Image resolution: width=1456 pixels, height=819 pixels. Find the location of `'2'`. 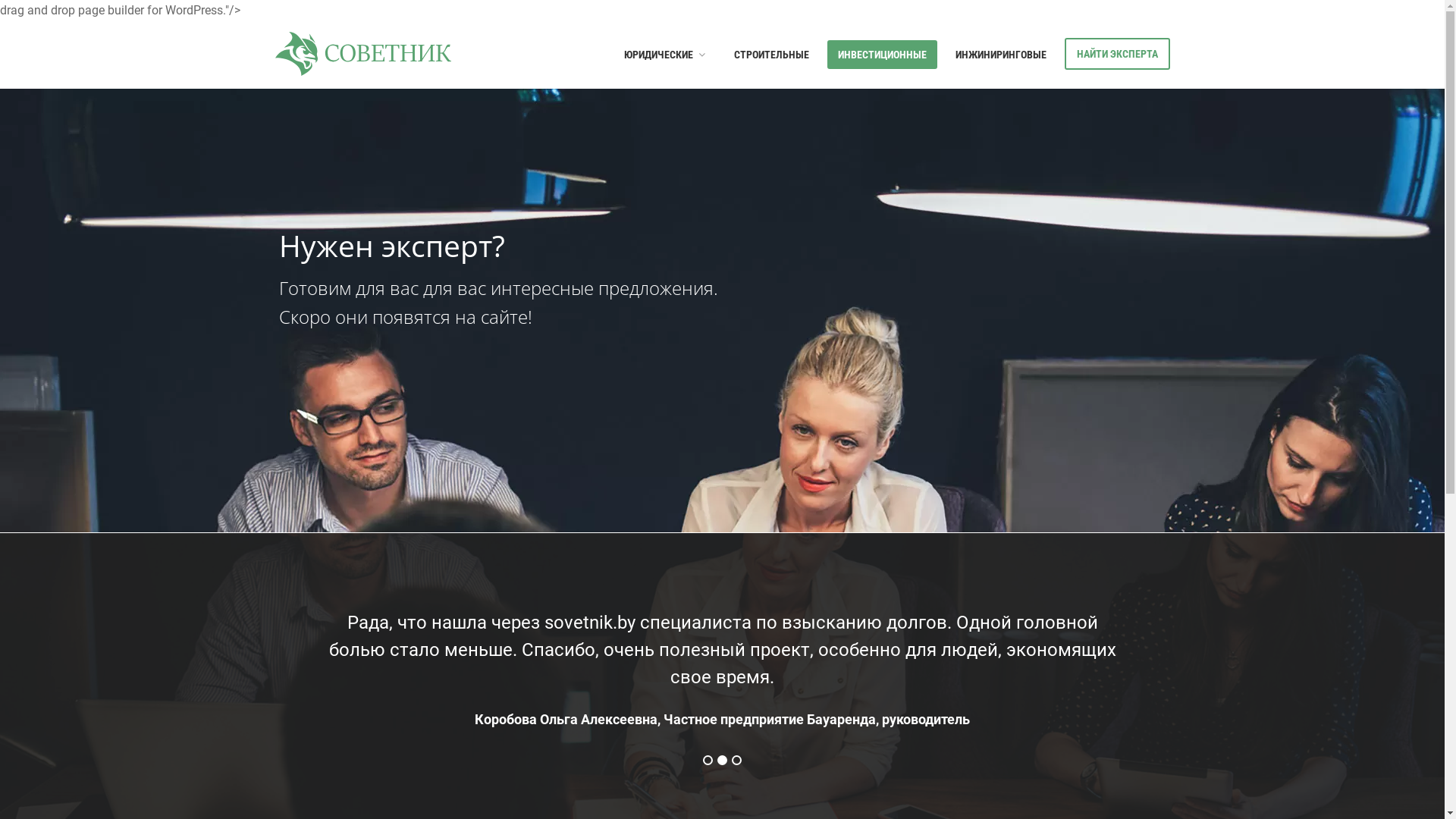

'2' is located at coordinates (721, 760).